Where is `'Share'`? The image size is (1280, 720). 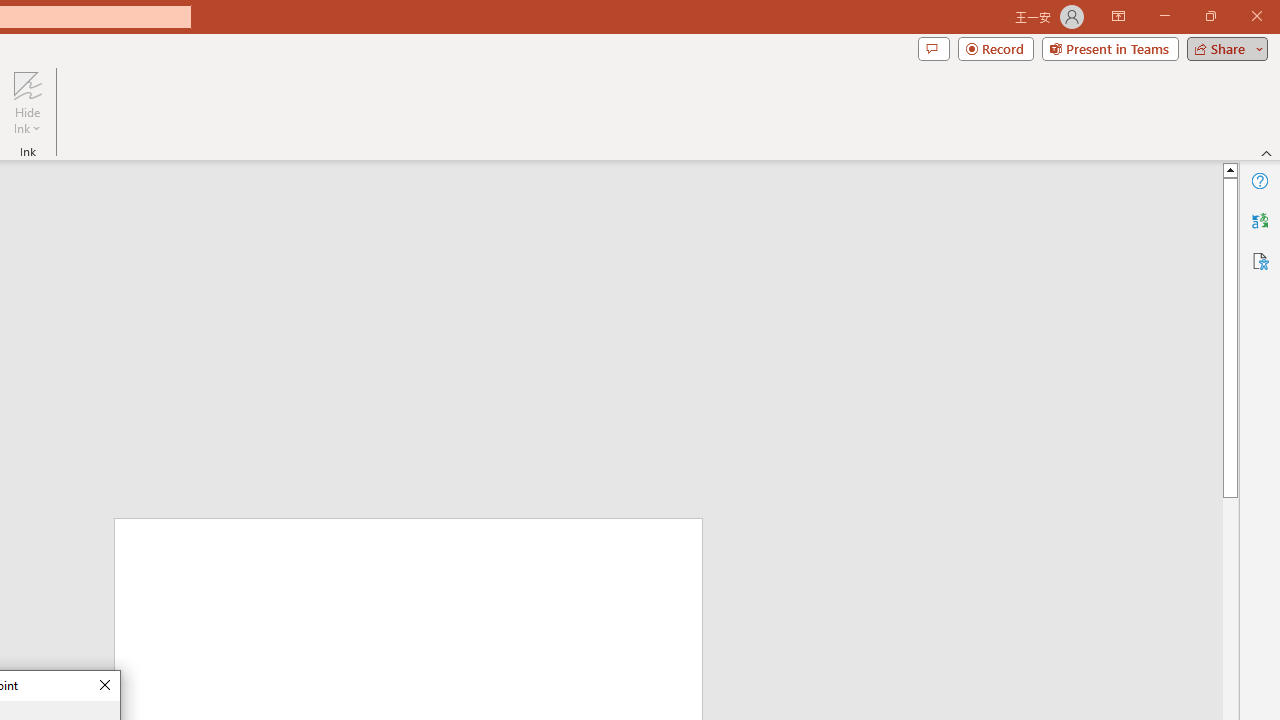 'Share' is located at coordinates (1222, 47).